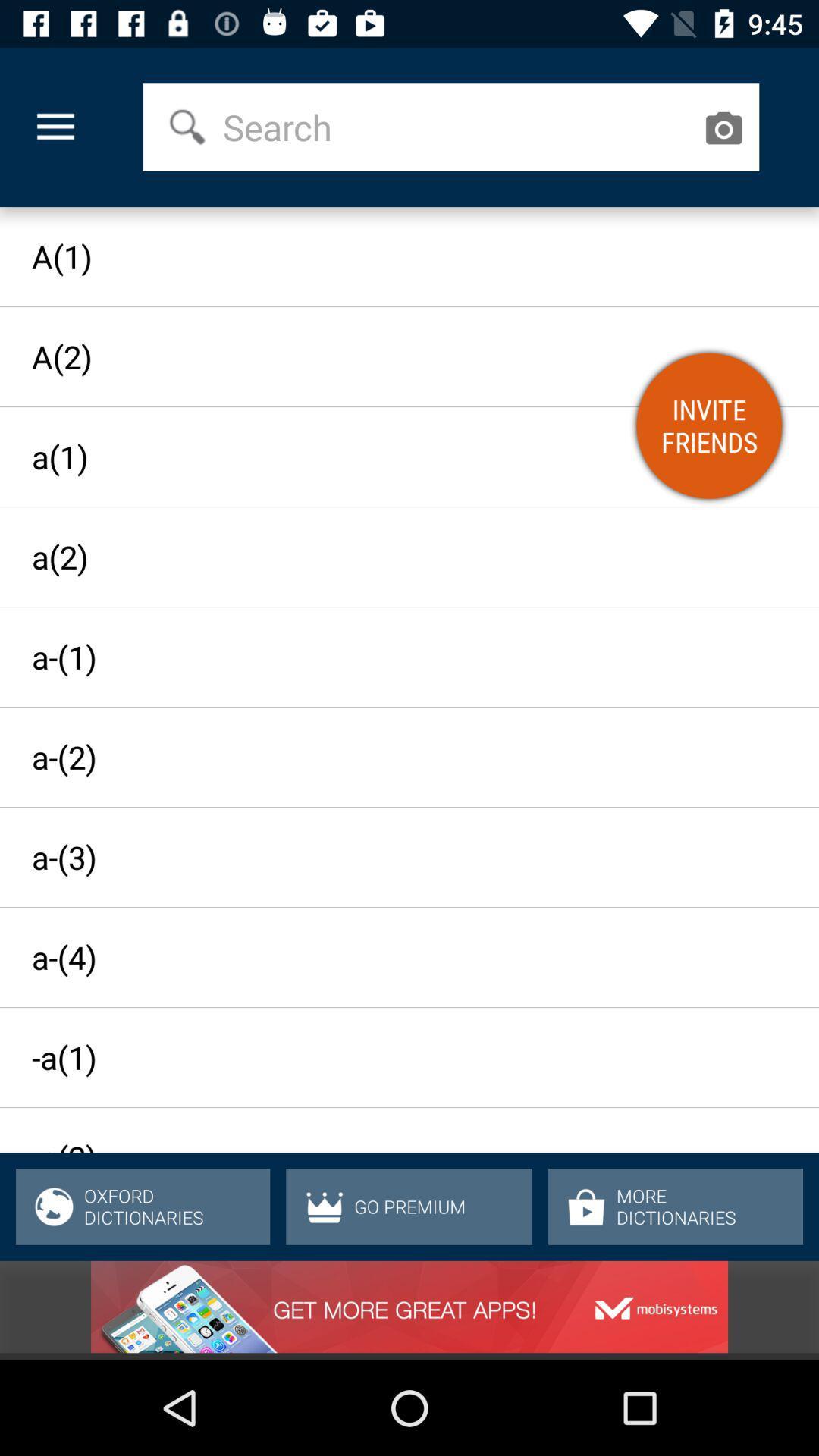  What do you see at coordinates (394, 956) in the screenshot?
I see `item below the a-(3) item` at bounding box center [394, 956].